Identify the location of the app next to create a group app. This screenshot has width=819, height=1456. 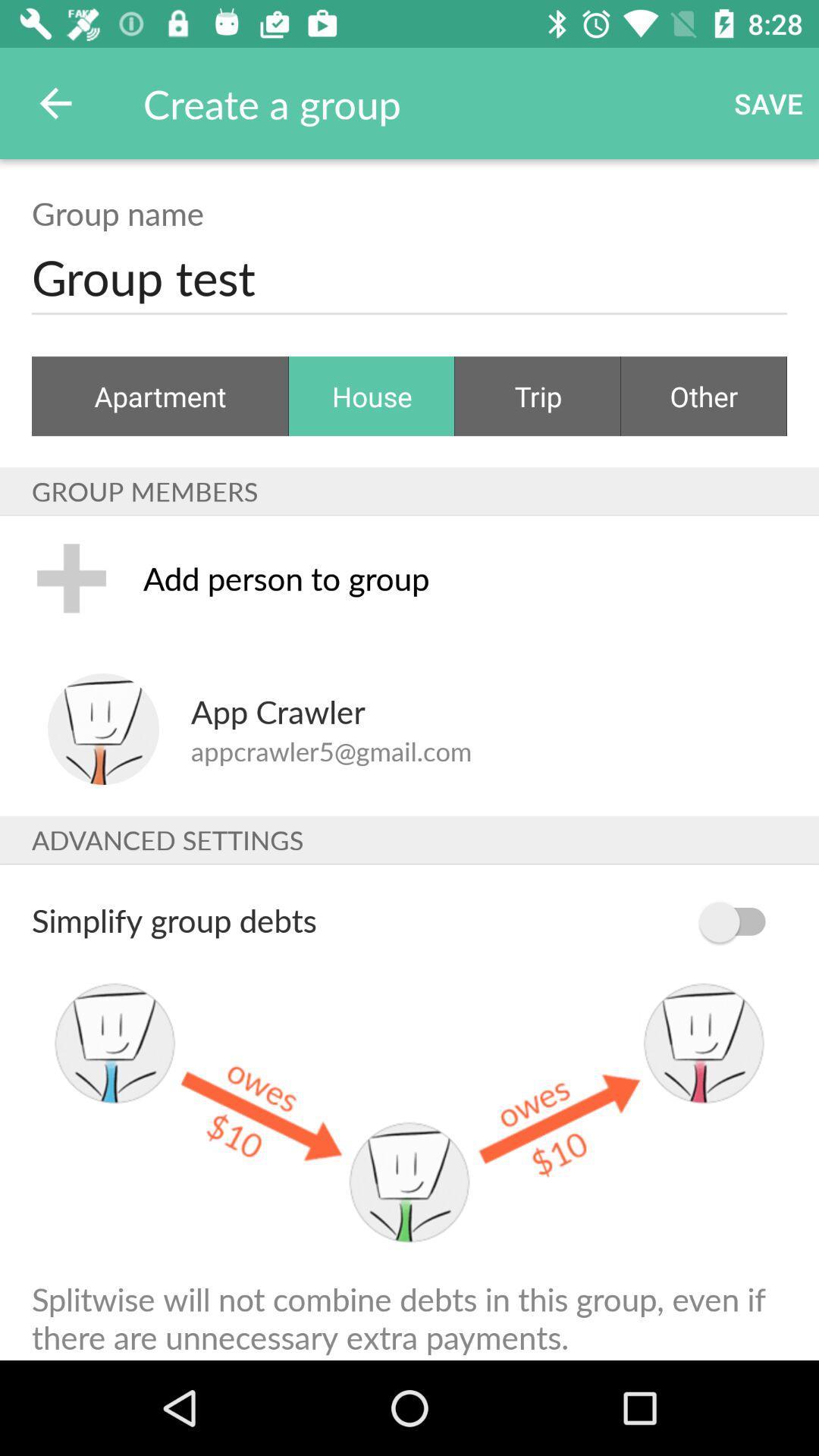
(55, 102).